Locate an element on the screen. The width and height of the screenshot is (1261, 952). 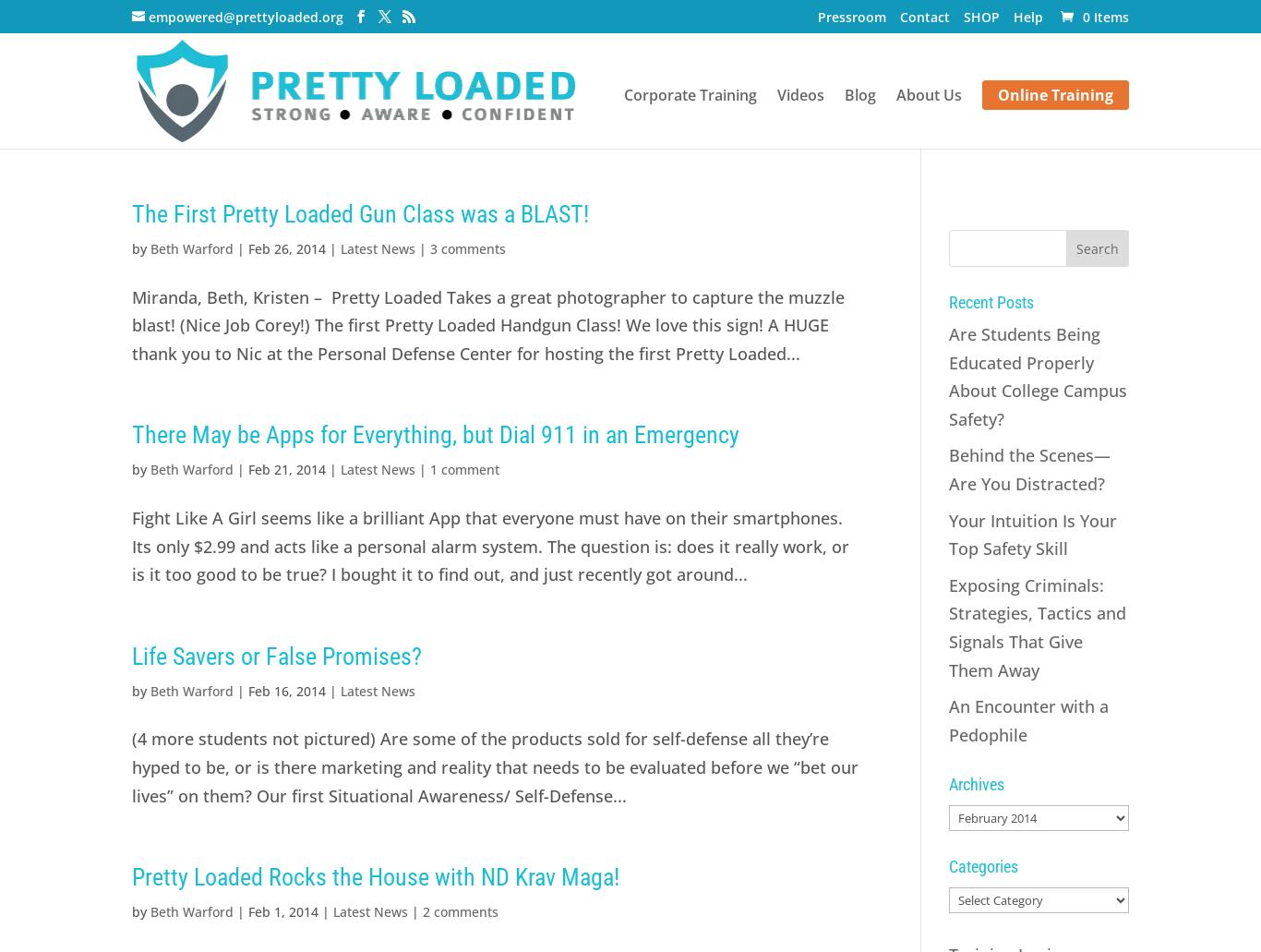
'Pretty Loaded Rocks the House with ND Krav Maga!' is located at coordinates (375, 875).